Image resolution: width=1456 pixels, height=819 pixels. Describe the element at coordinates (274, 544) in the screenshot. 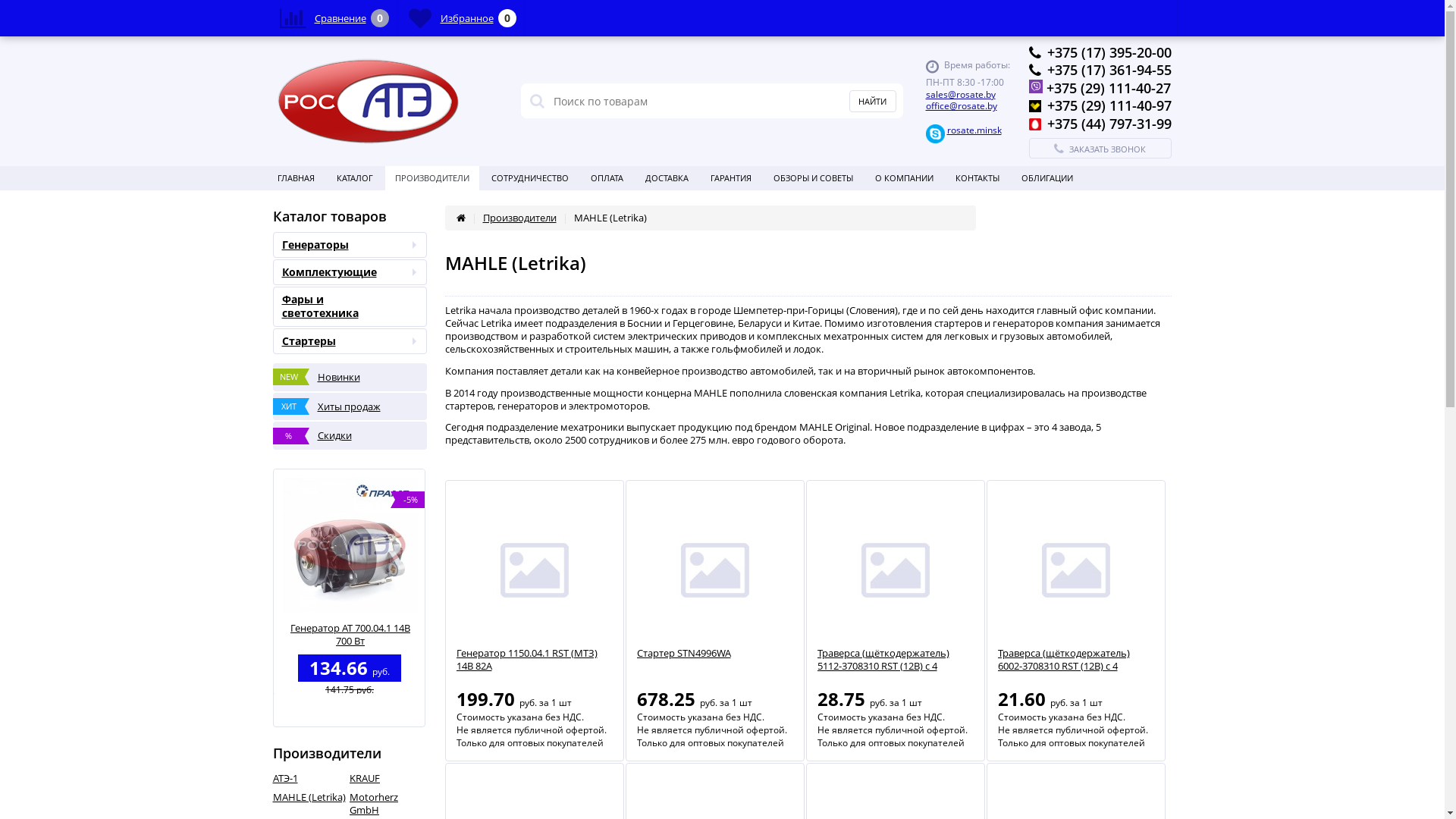

I see `'-5%'` at that location.